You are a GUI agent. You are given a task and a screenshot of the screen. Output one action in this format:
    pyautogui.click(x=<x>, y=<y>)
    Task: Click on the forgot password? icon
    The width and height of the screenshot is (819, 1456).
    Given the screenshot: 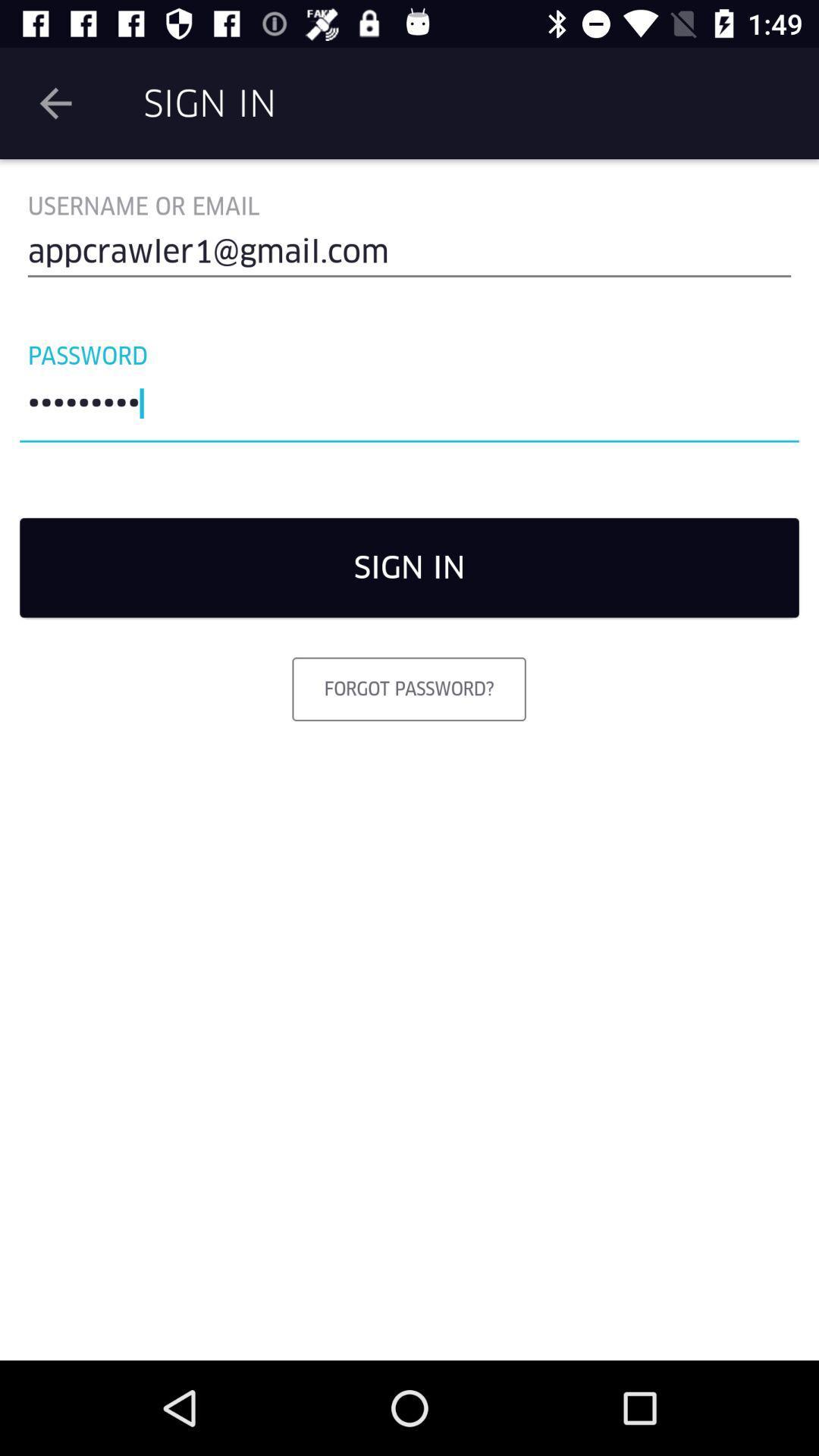 What is the action you would take?
    pyautogui.click(x=408, y=688)
    